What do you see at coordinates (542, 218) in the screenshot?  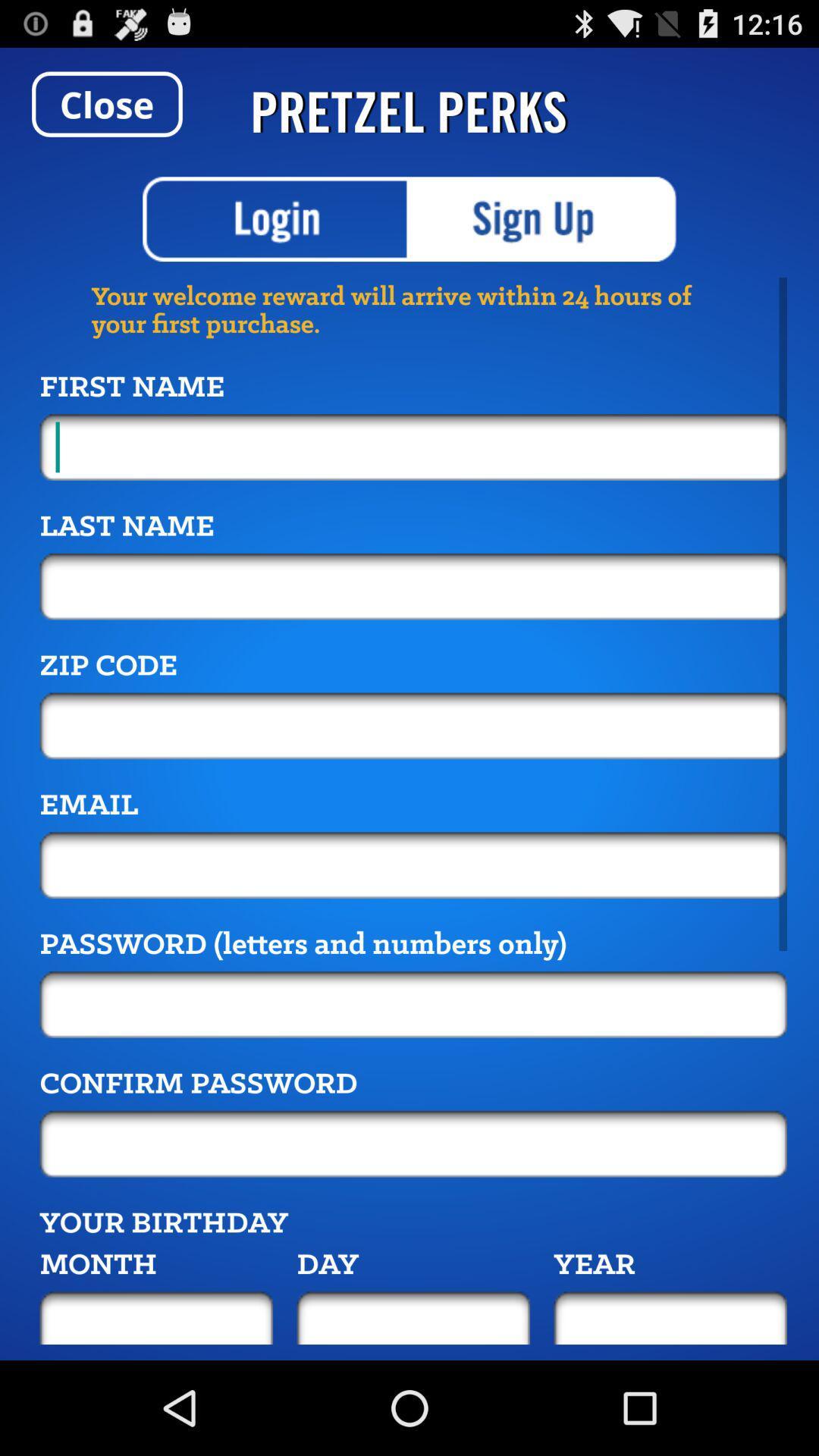 I see `enroll` at bounding box center [542, 218].